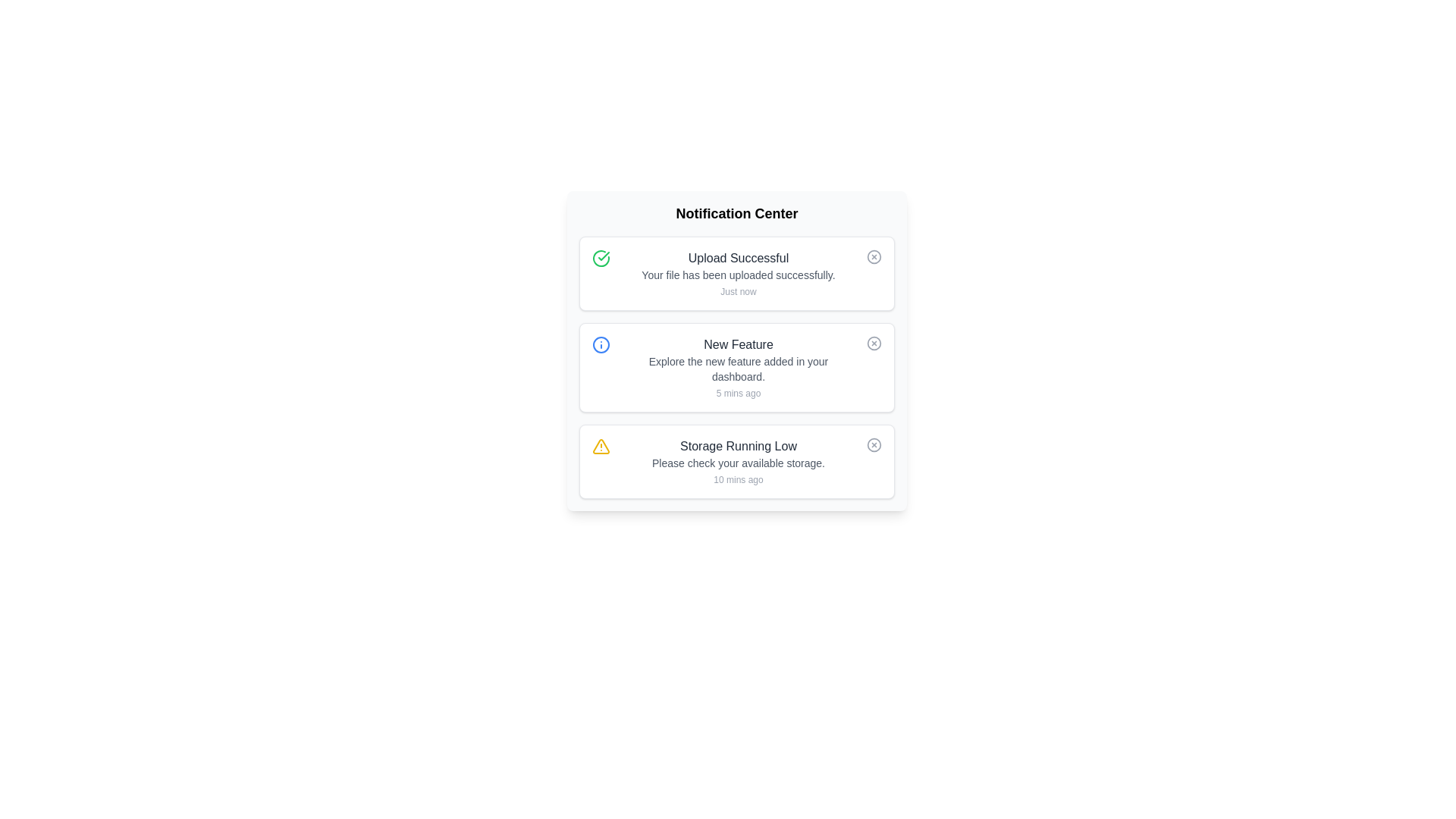 The image size is (1456, 819). What do you see at coordinates (600, 257) in the screenshot?
I see `the icon indicating successful upload located in the top left corner of the 'Upload Successful' notification card, which is directly to the left of the text content` at bounding box center [600, 257].